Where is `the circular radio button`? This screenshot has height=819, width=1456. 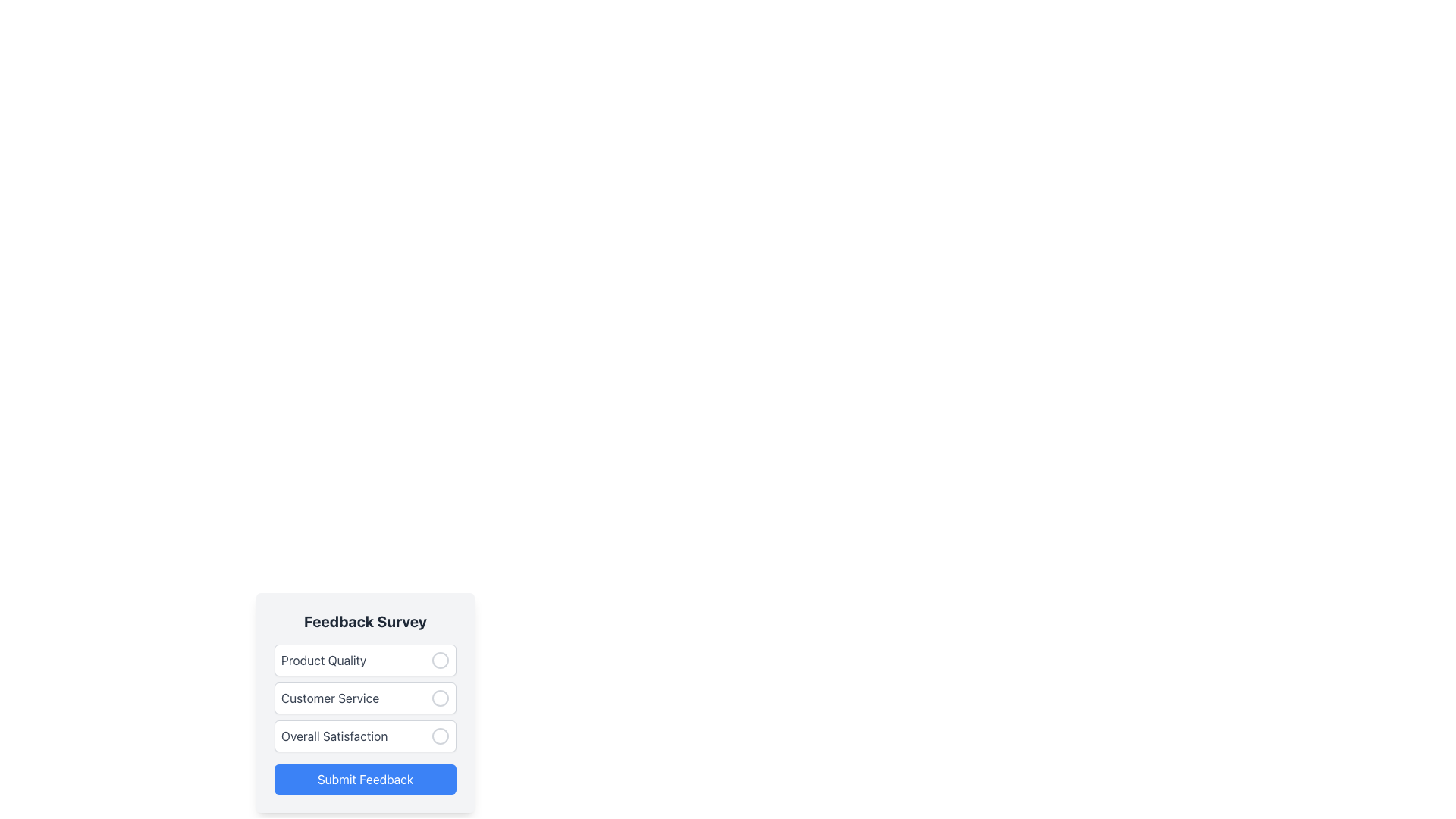 the circular radio button is located at coordinates (439, 660).